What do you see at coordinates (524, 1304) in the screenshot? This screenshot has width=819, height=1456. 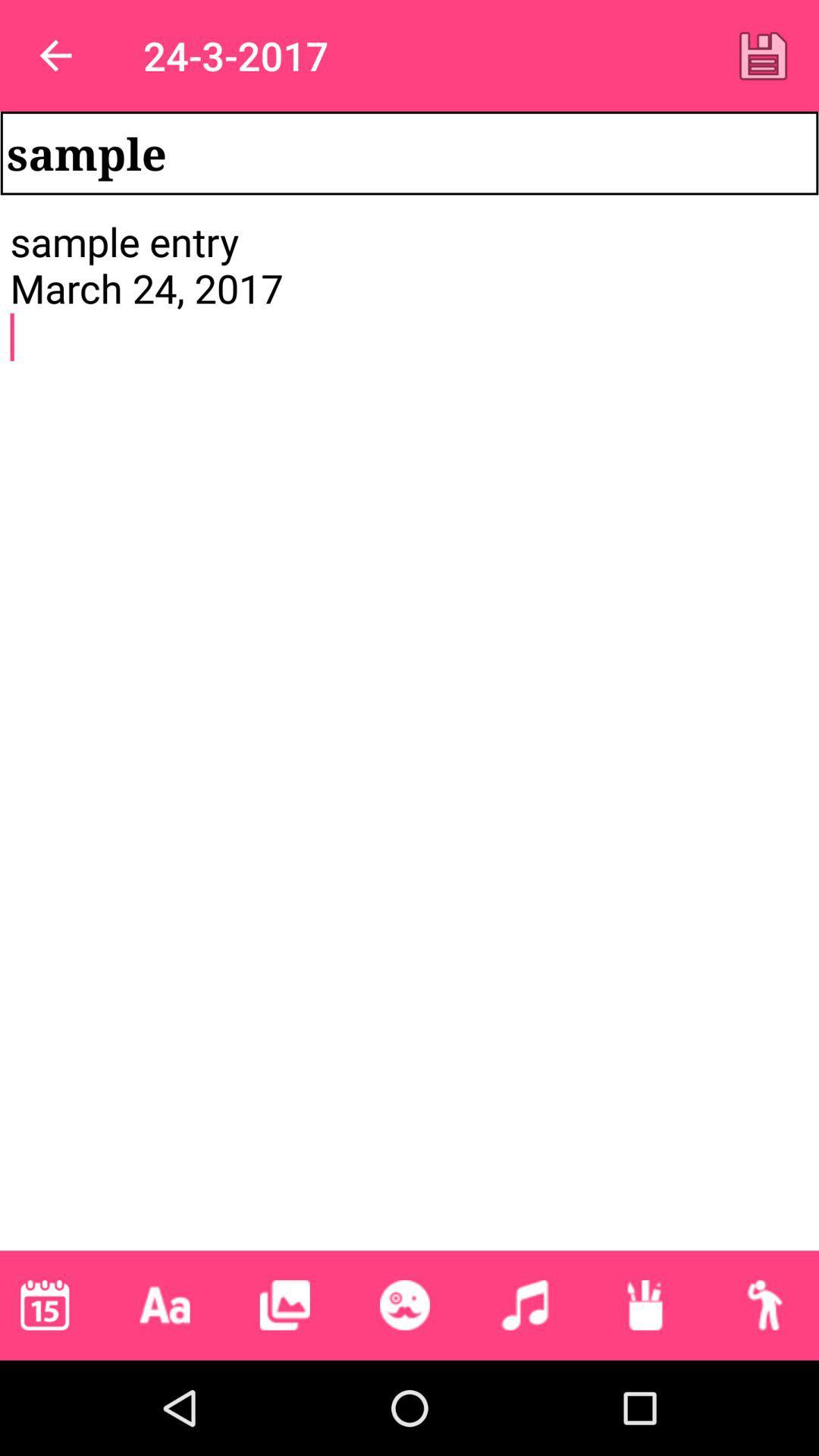 I see `the music icon` at bounding box center [524, 1304].